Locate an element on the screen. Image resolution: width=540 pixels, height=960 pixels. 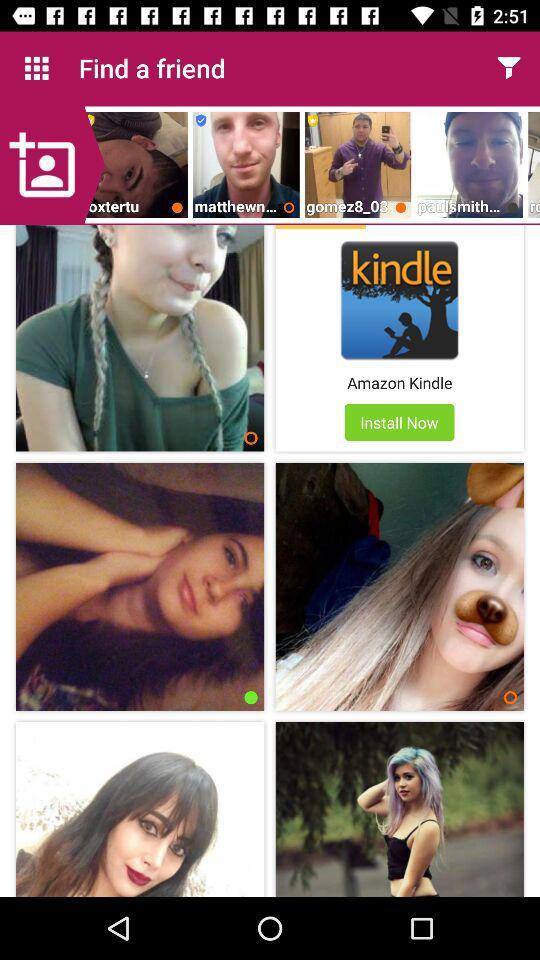
the second image circle button which is on right side of  the second vertical is located at coordinates (510, 697).